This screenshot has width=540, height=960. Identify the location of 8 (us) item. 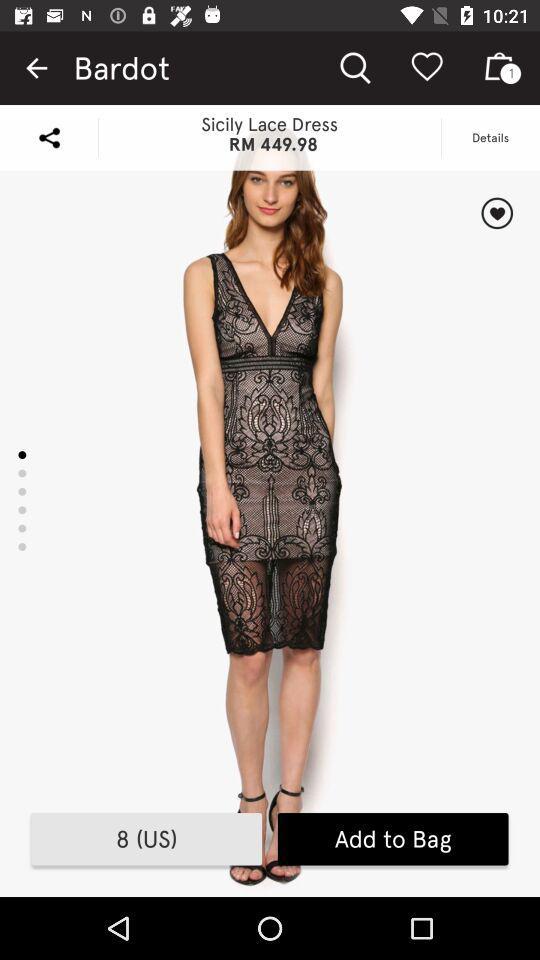
(145, 839).